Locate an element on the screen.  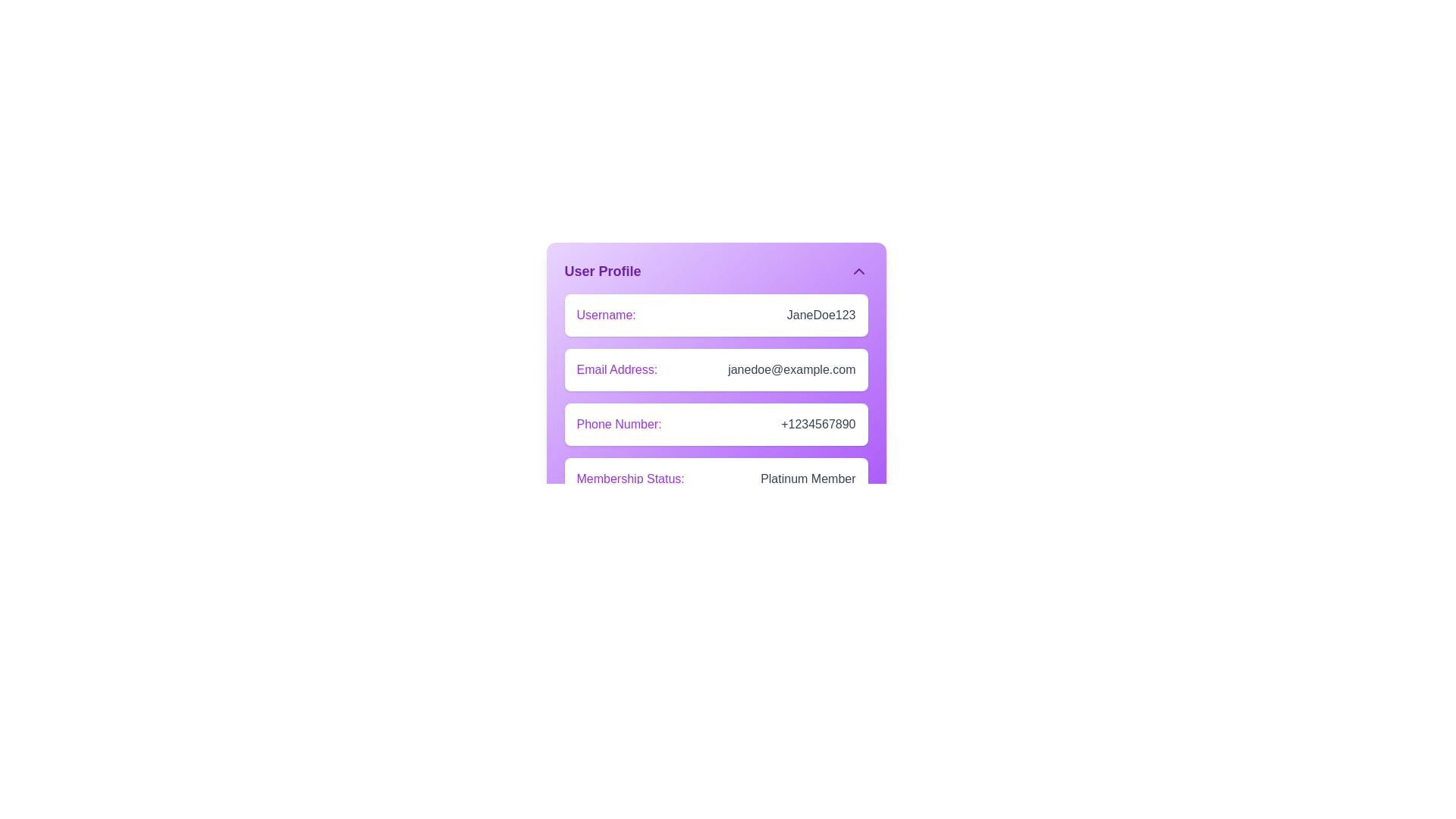
the 'Username' label in the user profile card, which identifies the adjacent username field is located at coordinates (605, 315).